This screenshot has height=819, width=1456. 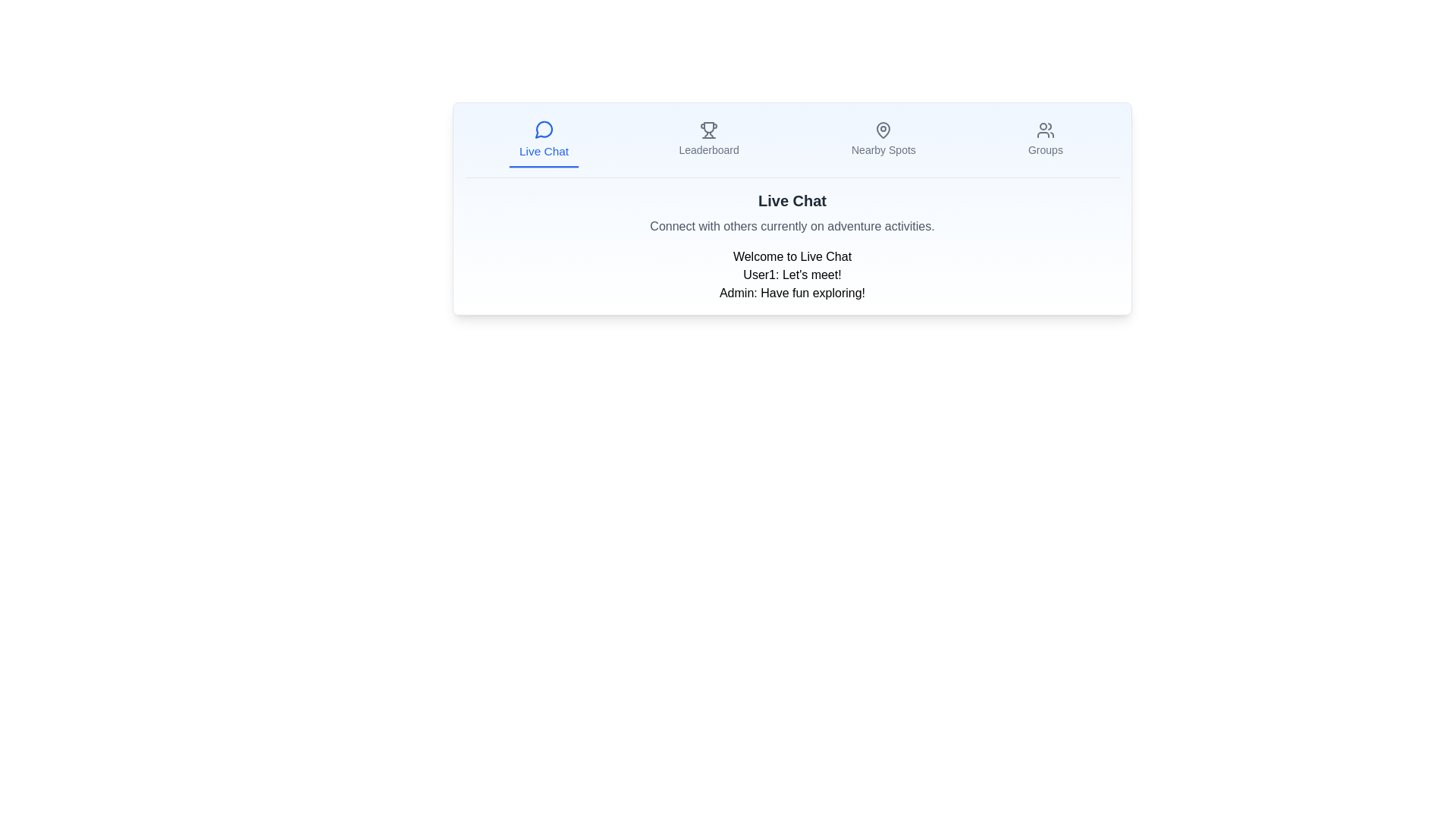 What do you see at coordinates (792, 227) in the screenshot?
I see `the text label that reads 'Connect with others currently on adventure activities.', which is styled in subtle gray and positioned below the 'Live Chat' heading` at bounding box center [792, 227].